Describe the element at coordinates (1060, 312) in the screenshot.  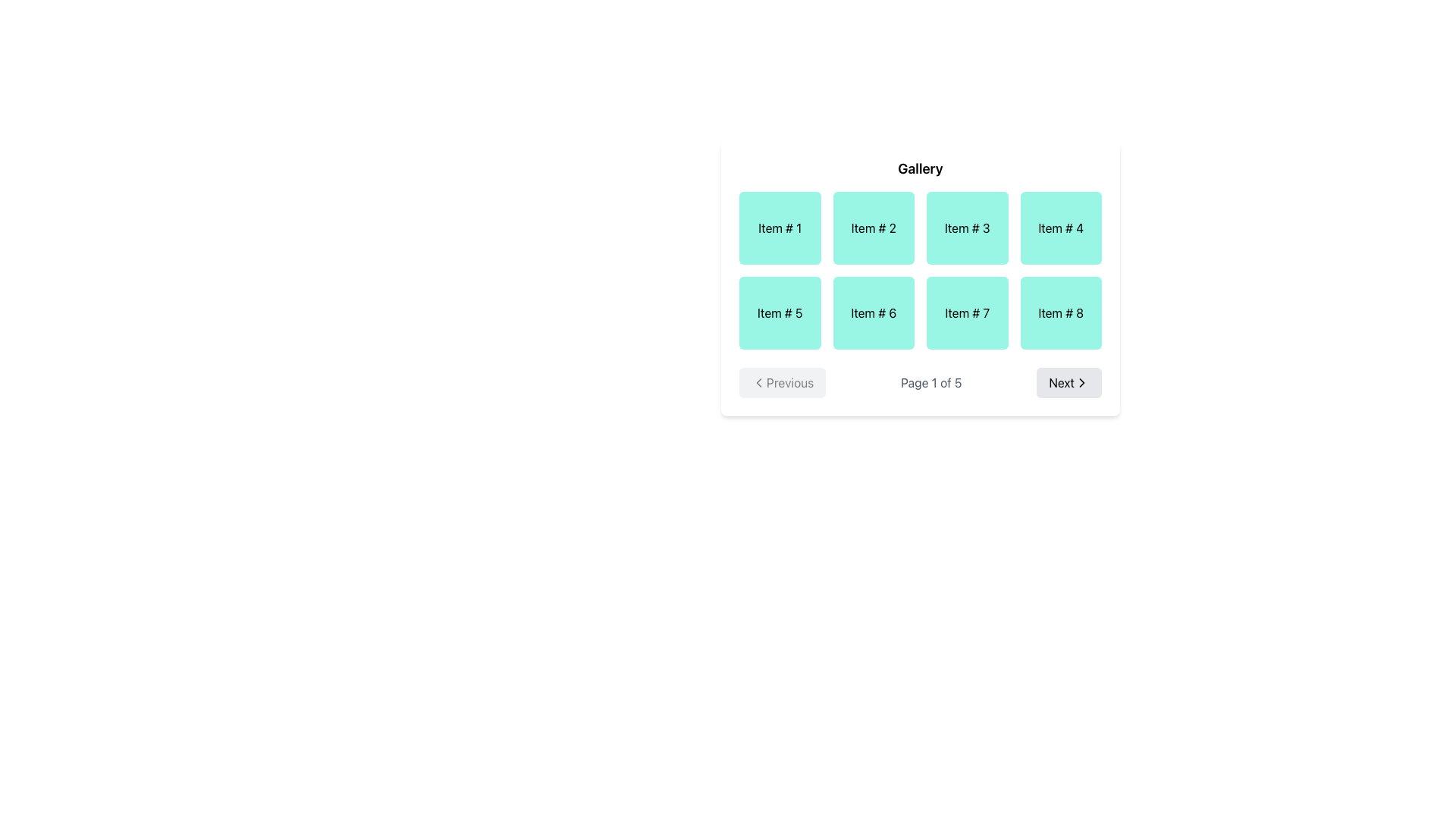
I see `the informational card displaying 'Item # 8' located in the bottom-right corner of a 4-column grid layout` at that location.